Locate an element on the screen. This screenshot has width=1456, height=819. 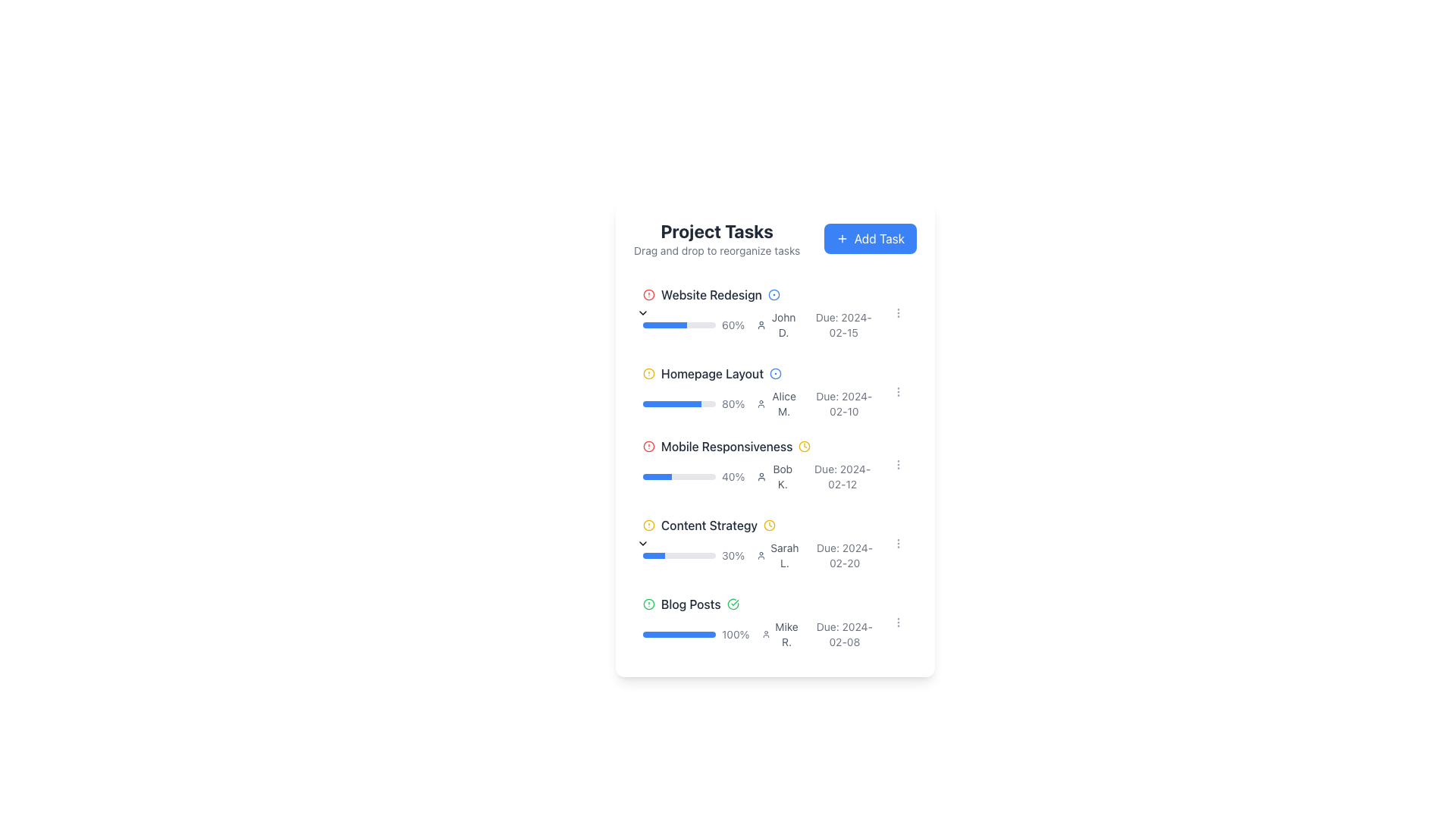
the horizontal progress bar located in the 'Mobile Responsiveness' task section, which is visually aligned under the task's title and above the text displaying '40%' is located at coordinates (679, 475).